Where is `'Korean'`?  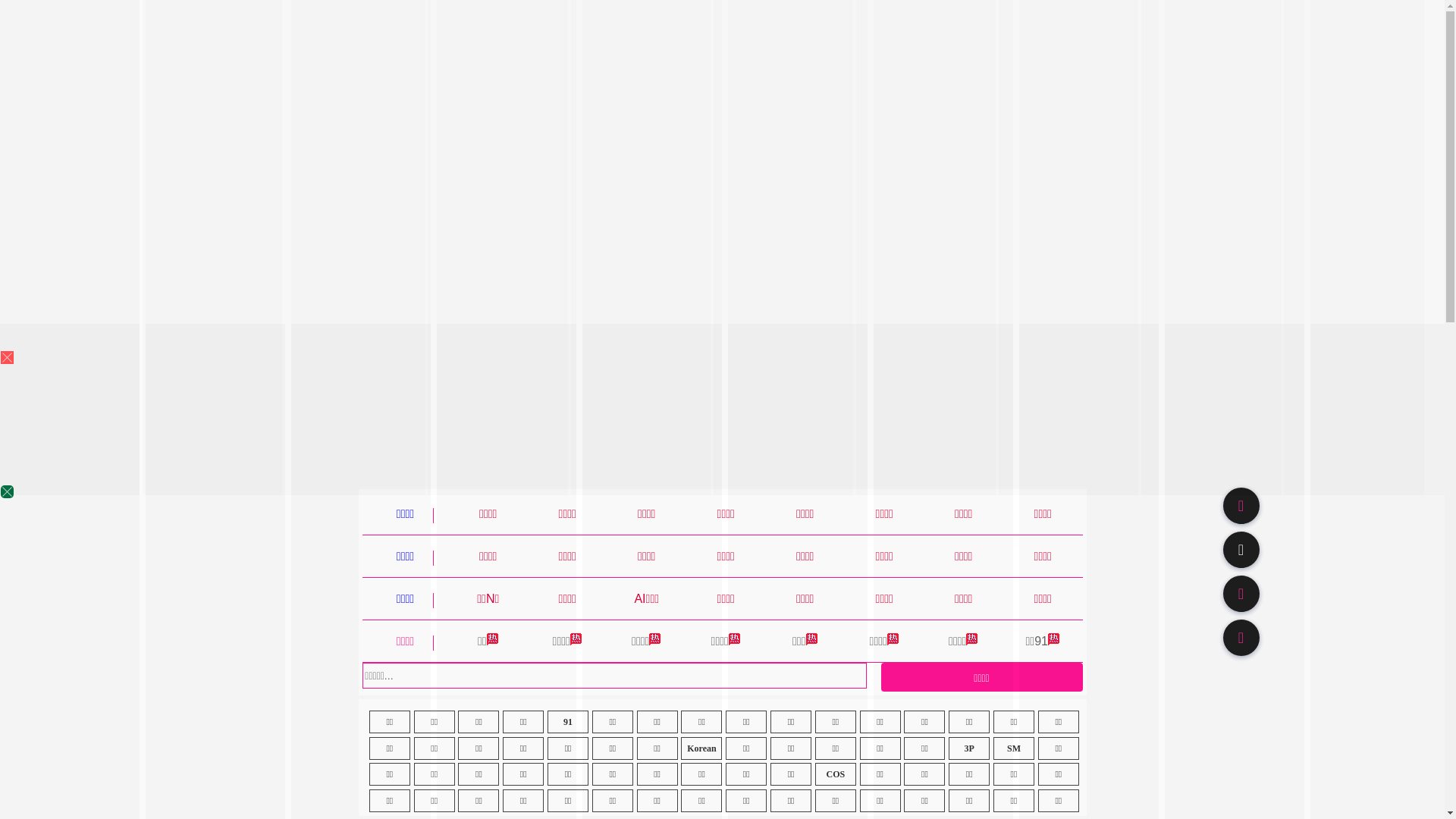 'Korean' is located at coordinates (679, 748).